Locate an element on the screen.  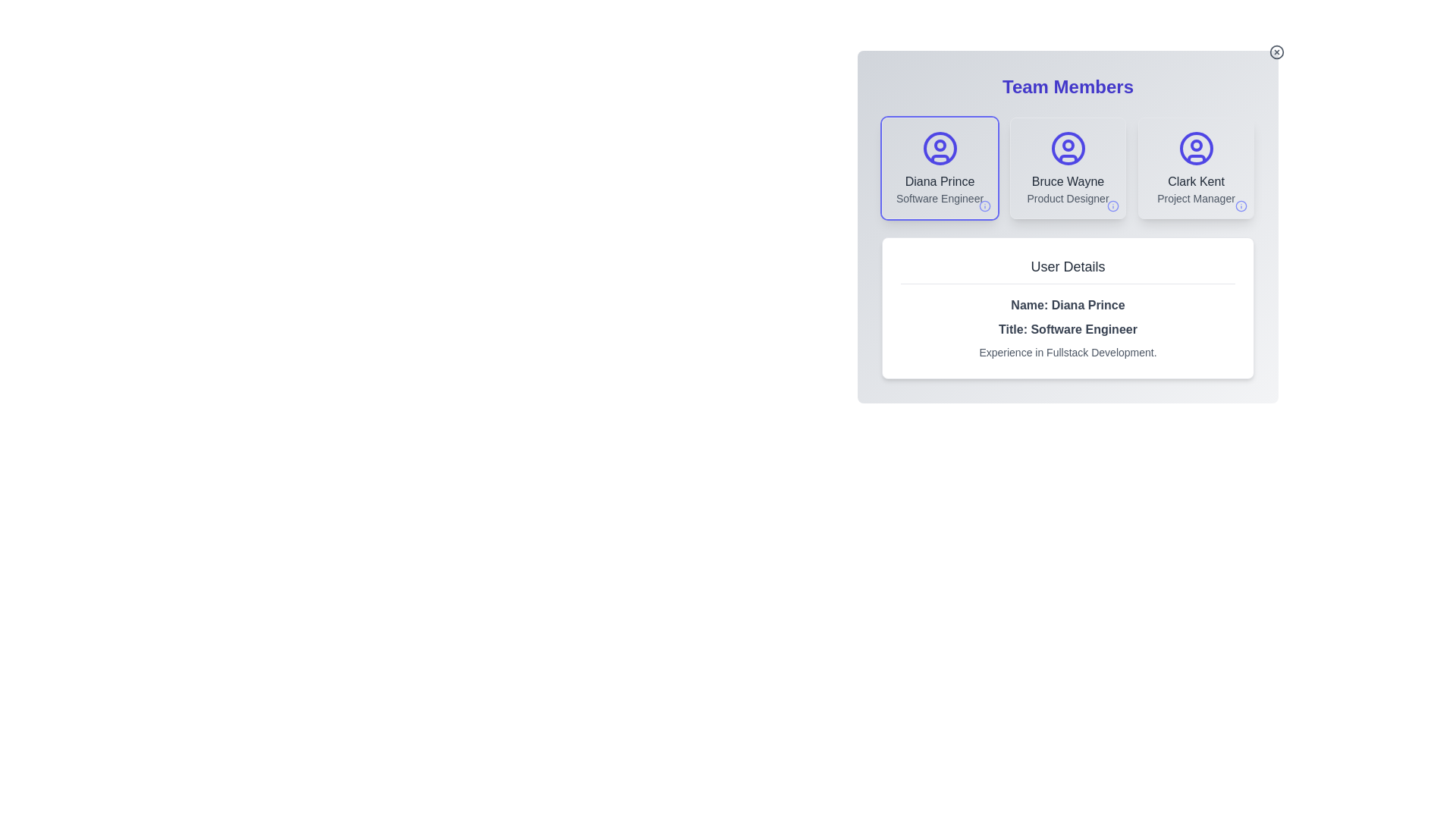
the profile card representing the team member in the first column of the 'Team Members' section at the upper center of the modal is located at coordinates (939, 168).